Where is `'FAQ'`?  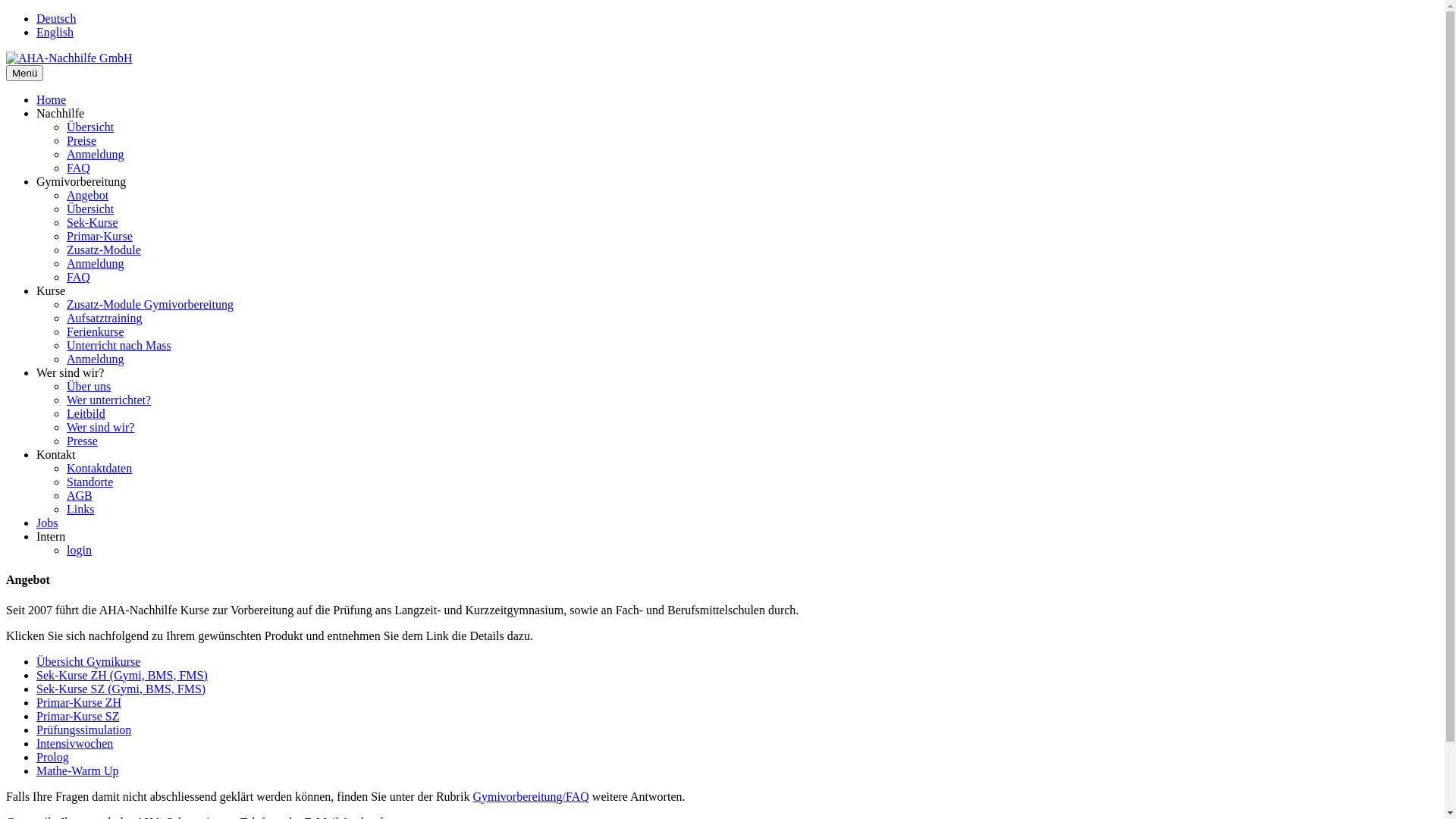
'FAQ' is located at coordinates (77, 277).